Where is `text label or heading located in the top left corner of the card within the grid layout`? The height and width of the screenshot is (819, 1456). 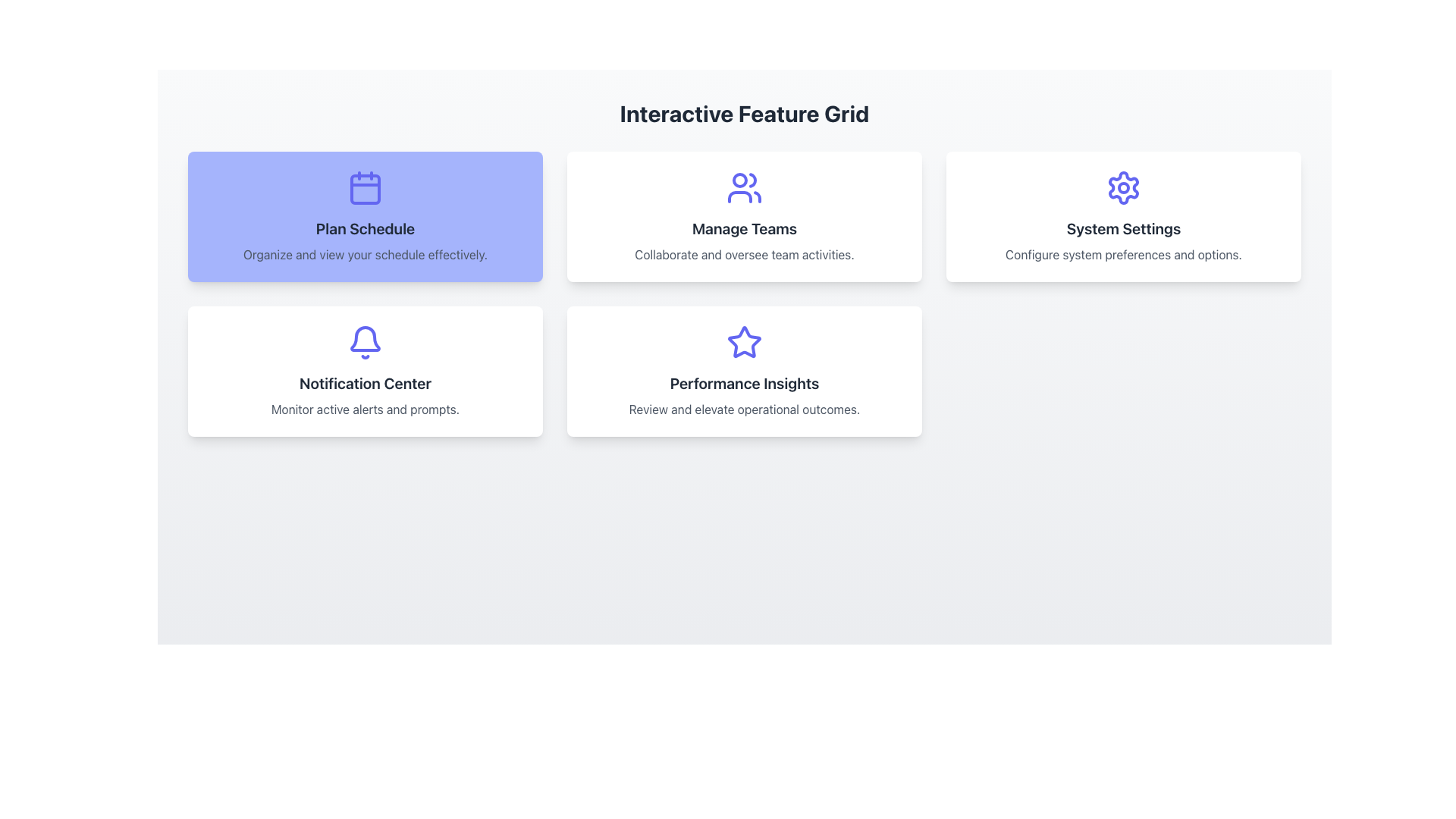 text label or heading located in the top left corner of the card within the grid layout is located at coordinates (365, 228).